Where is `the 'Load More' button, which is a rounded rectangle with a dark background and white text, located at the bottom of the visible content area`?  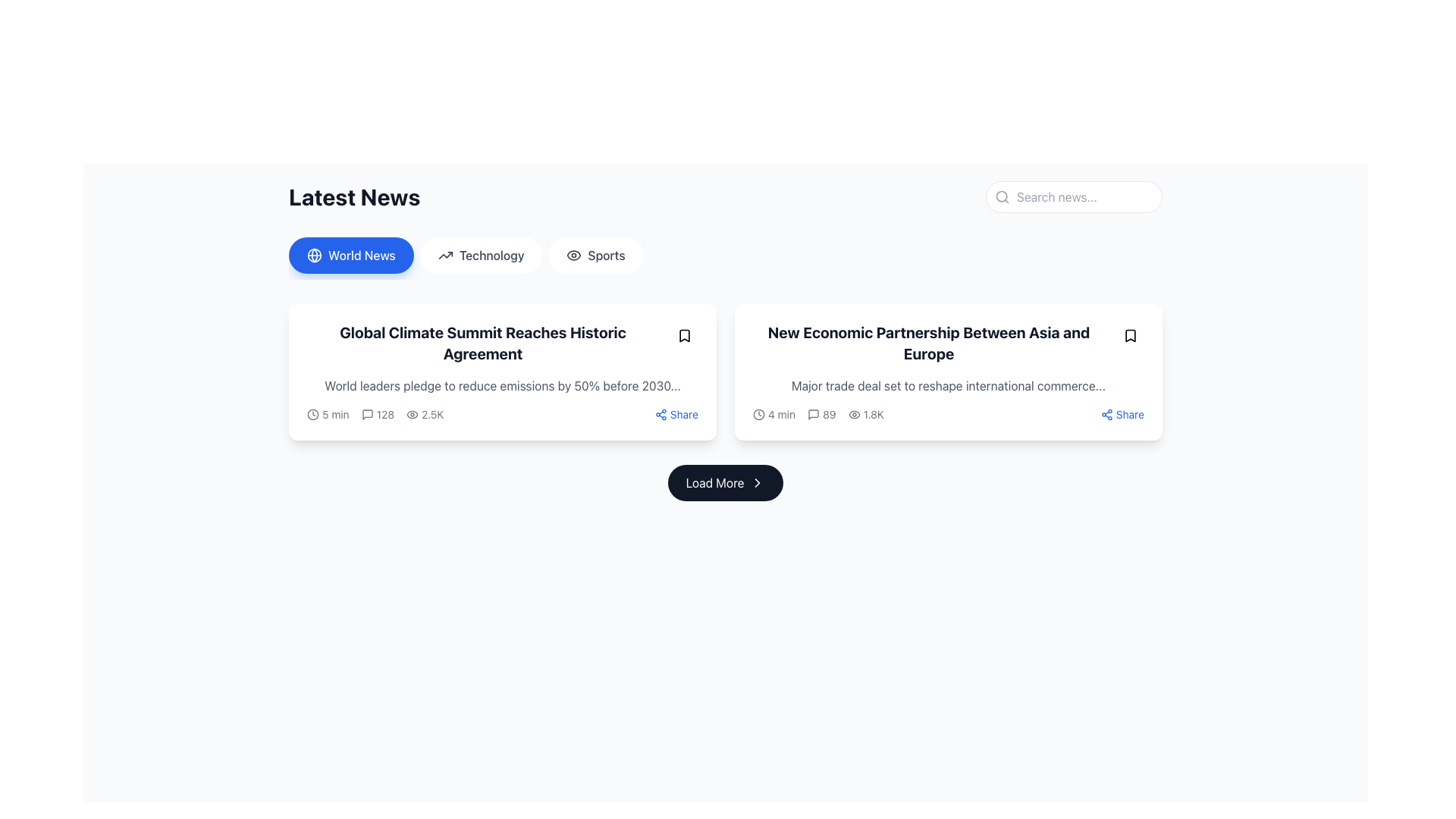 the 'Load More' button, which is a rounded rectangle with a dark background and white text, located at the bottom of the visible content area is located at coordinates (724, 482).